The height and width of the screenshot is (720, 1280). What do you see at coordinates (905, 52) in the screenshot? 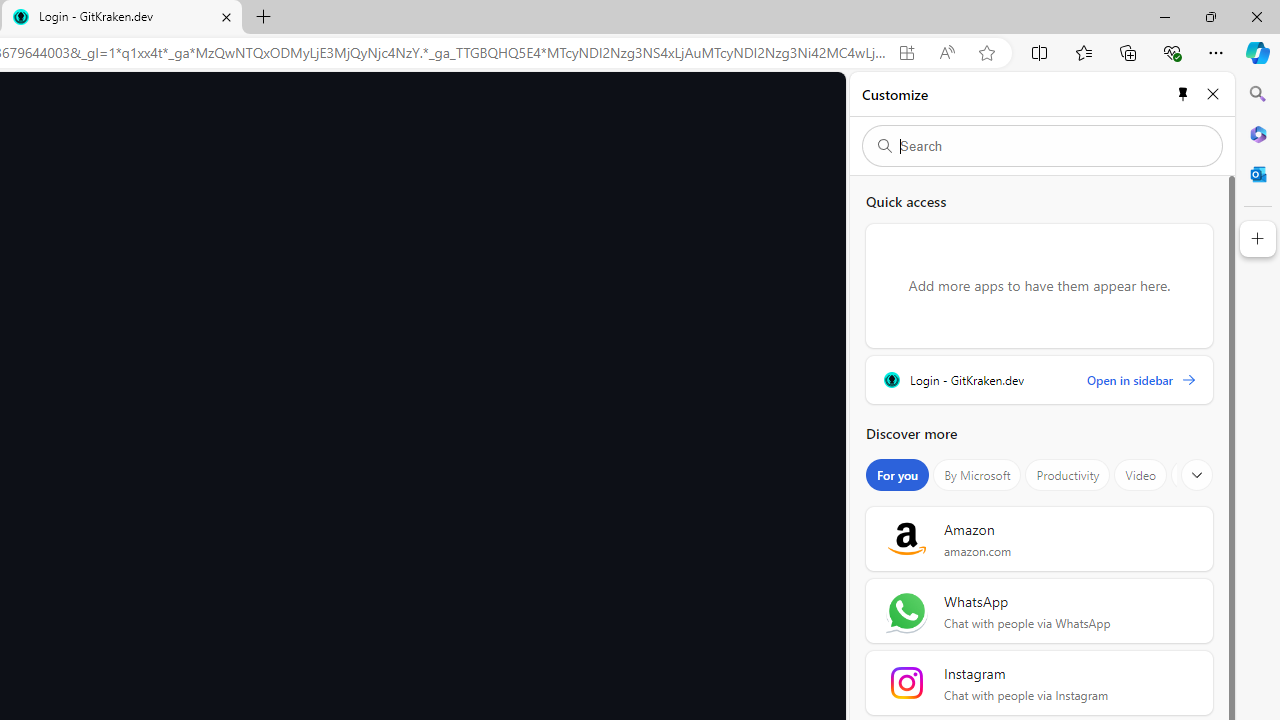
I see `'App available. Install GitKraken.dev'` at bounding box center [905, 52].